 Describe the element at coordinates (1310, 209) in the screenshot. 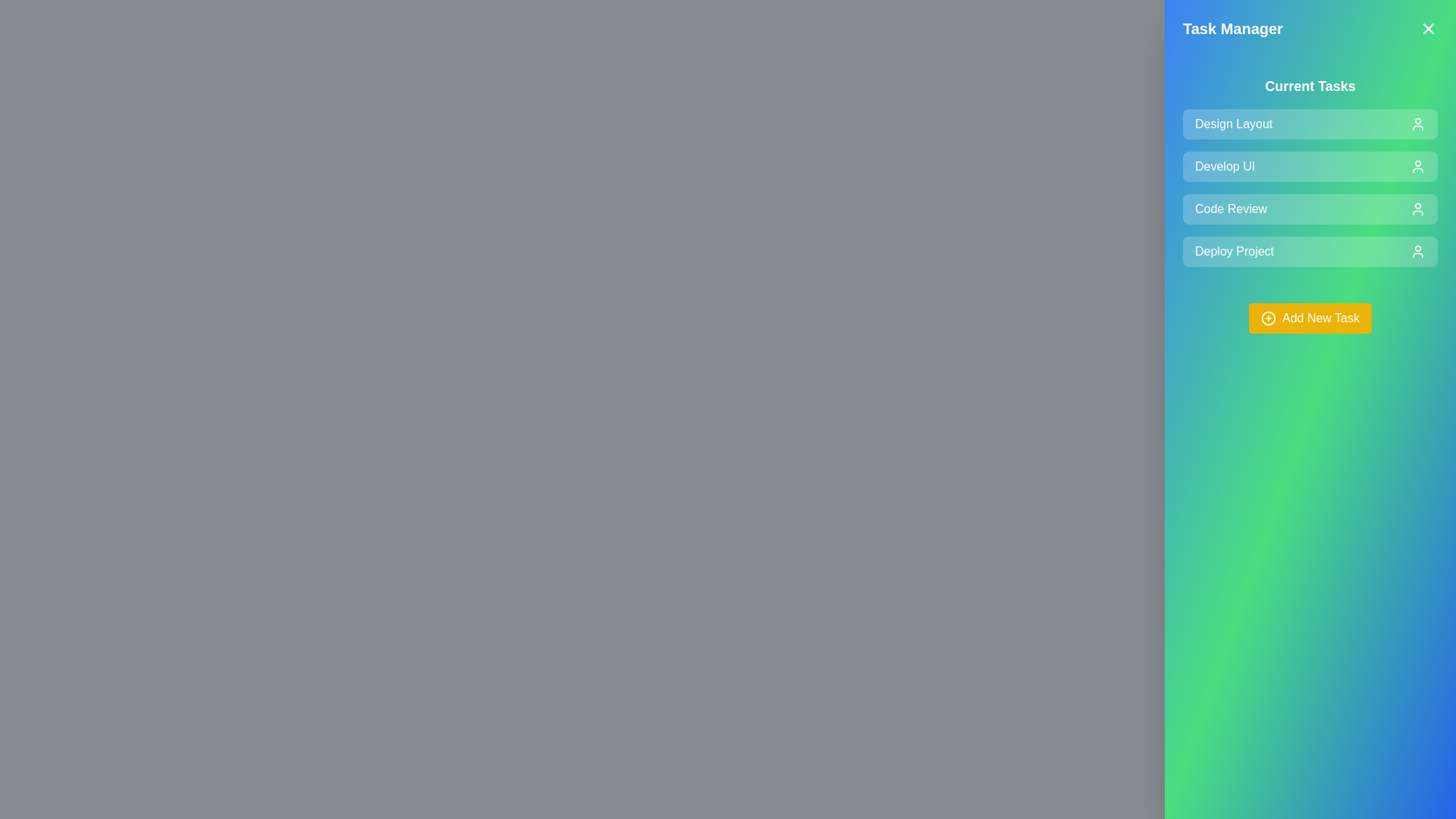

I see `the 'Code Review' button located in the 'Current Tasks' section` at that location.